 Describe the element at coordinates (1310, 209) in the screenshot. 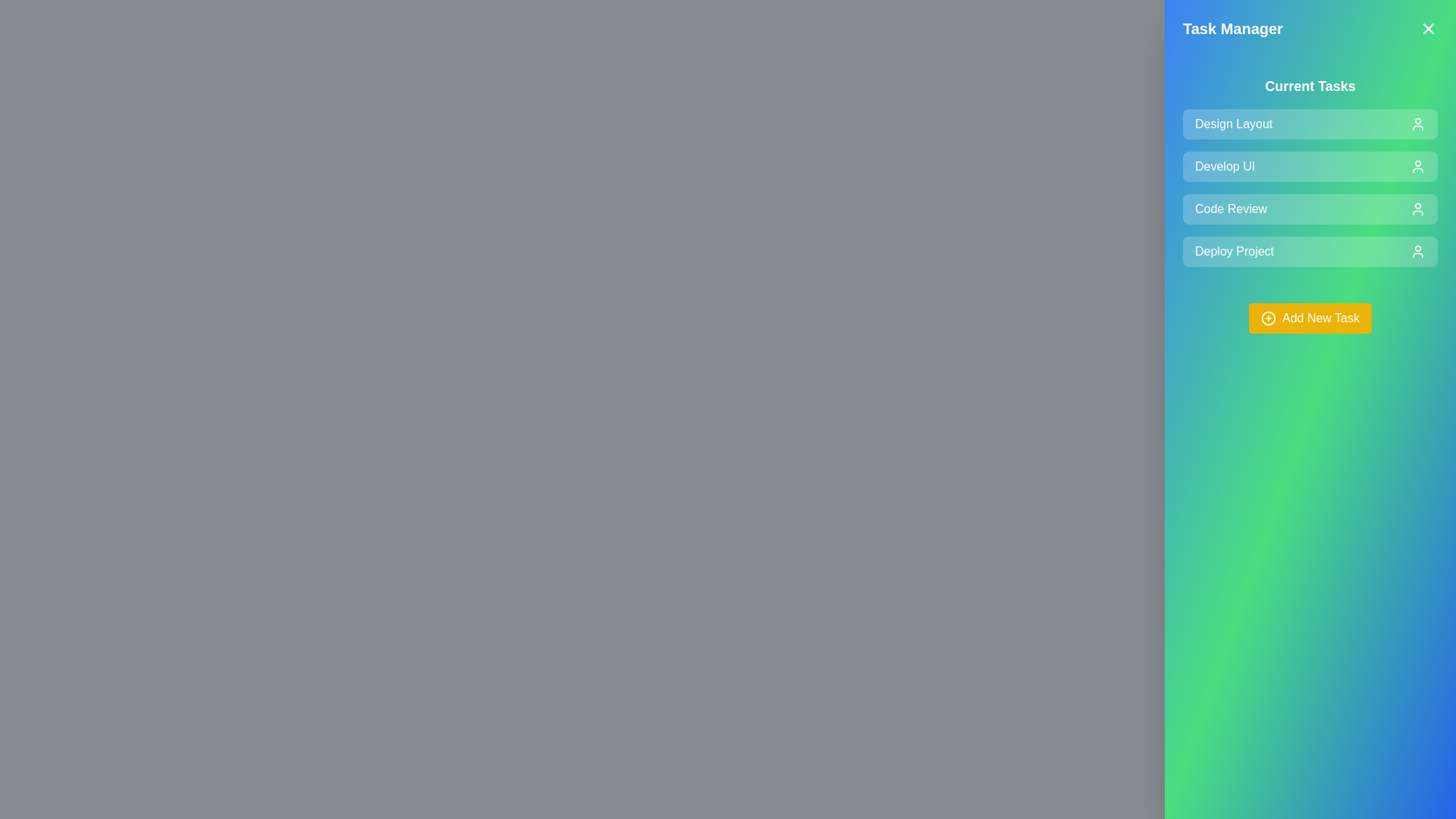

I see `the 'Code Review' button located in the 'Current Tasks' section` at that location.